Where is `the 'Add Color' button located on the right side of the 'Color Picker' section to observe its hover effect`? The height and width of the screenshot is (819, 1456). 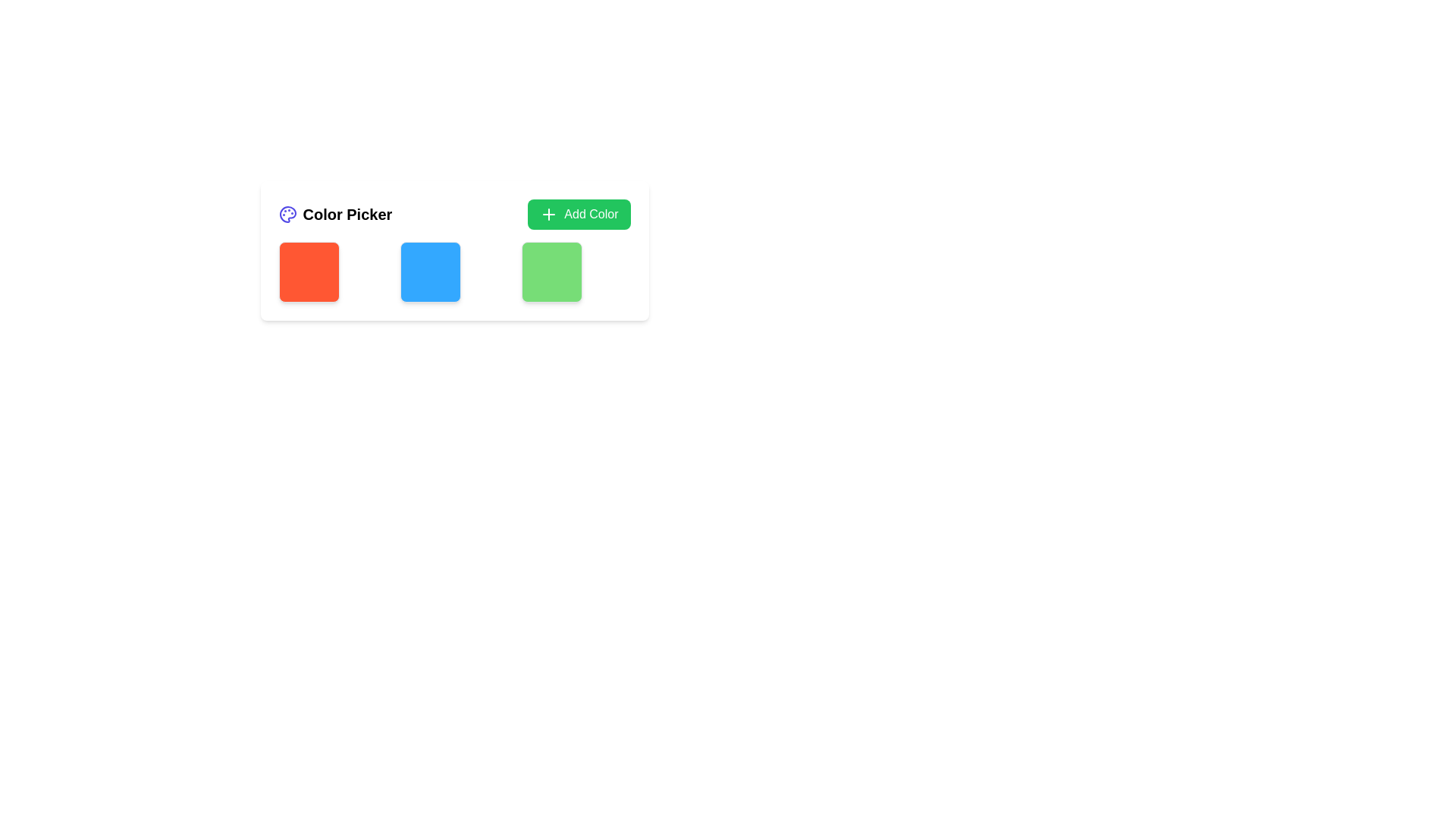 the 'Add Color' button located on the right side of the 'Color Picker' section to observe its hover effect is located at coordinates (578, 214).